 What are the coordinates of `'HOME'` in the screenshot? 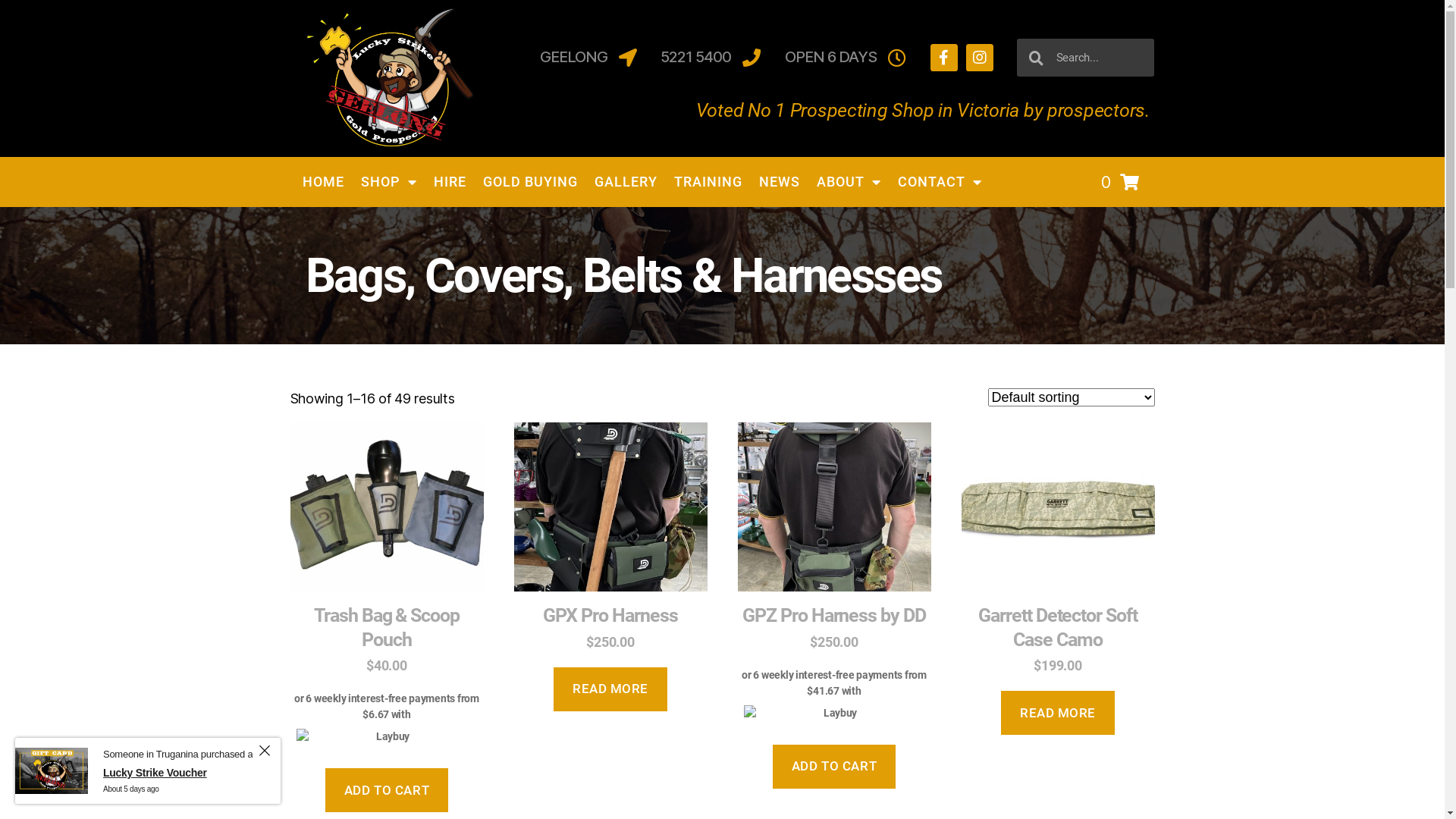 It's located at (294, 180).